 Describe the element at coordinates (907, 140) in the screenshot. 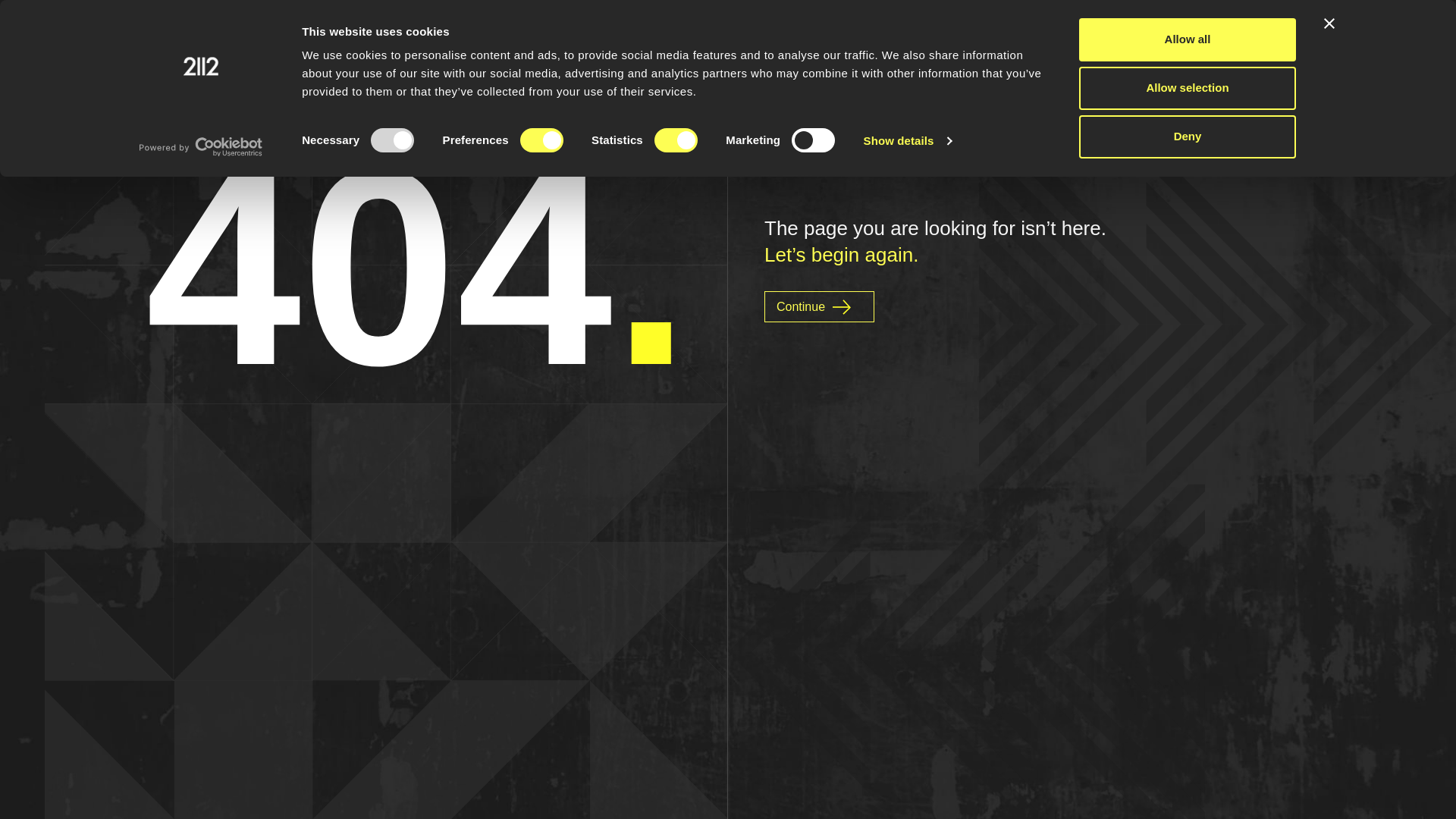

I see `'Show details'` at that location.